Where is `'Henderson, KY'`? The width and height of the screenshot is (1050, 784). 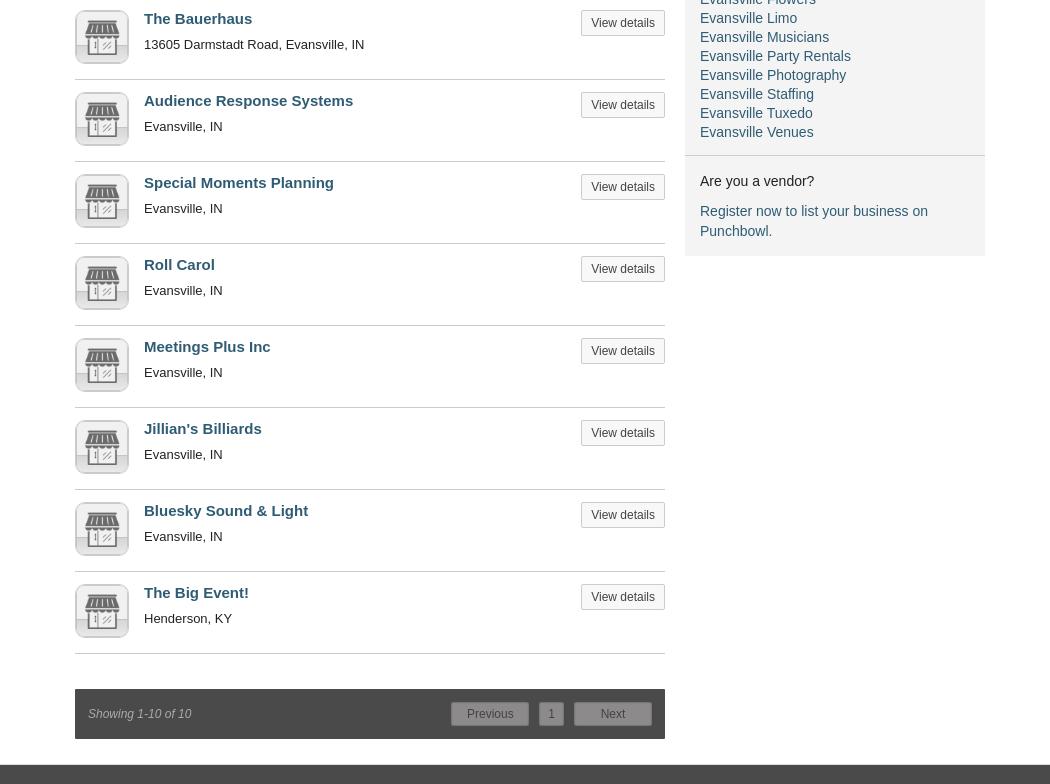 'Henderson, KY' is located at coordinates (187, 618).